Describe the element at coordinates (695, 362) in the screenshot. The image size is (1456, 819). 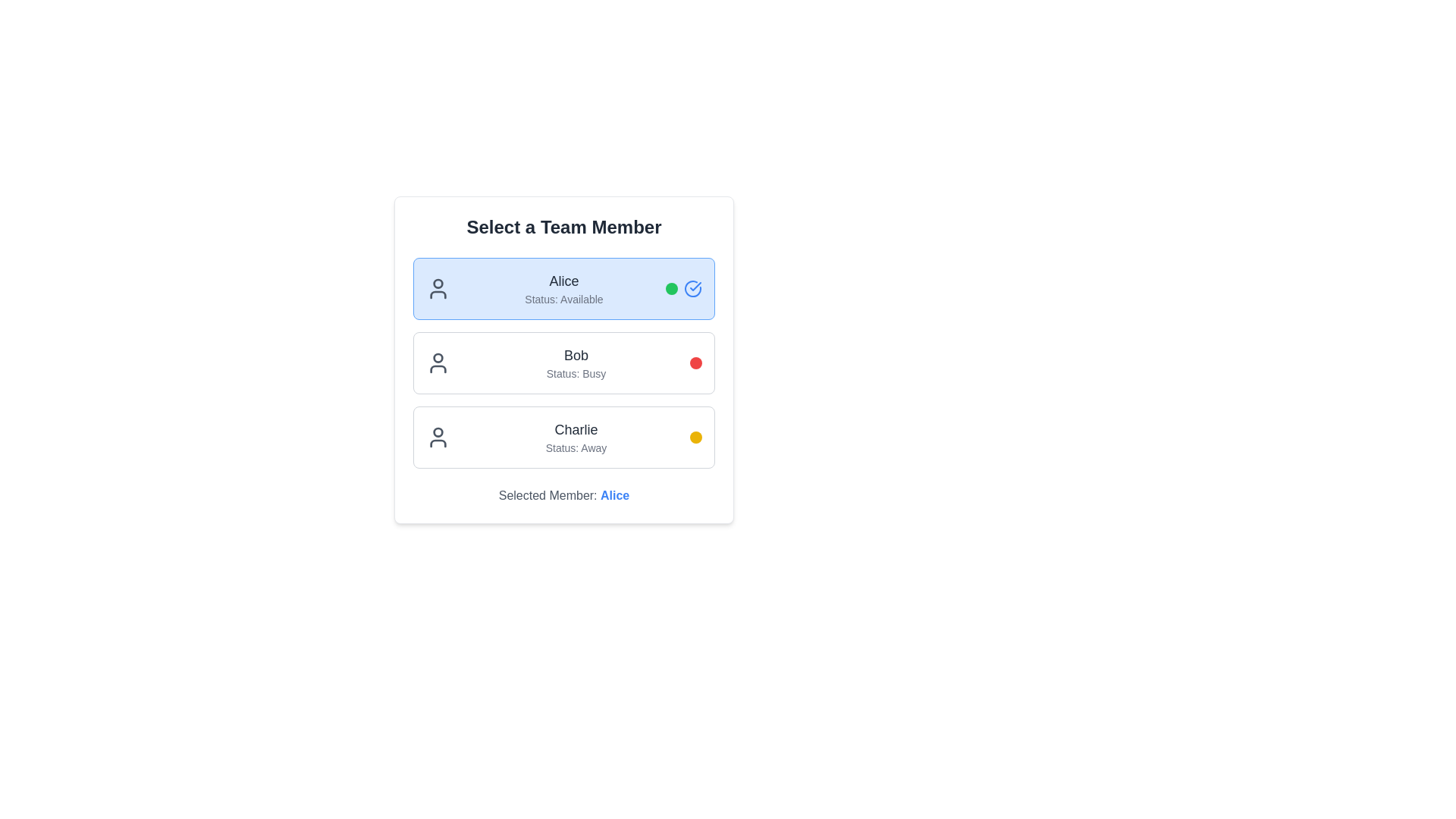
I see `the busy status indicator light associated with 'Bob Status: Busy', positioned to the far right of the text content` at that location.